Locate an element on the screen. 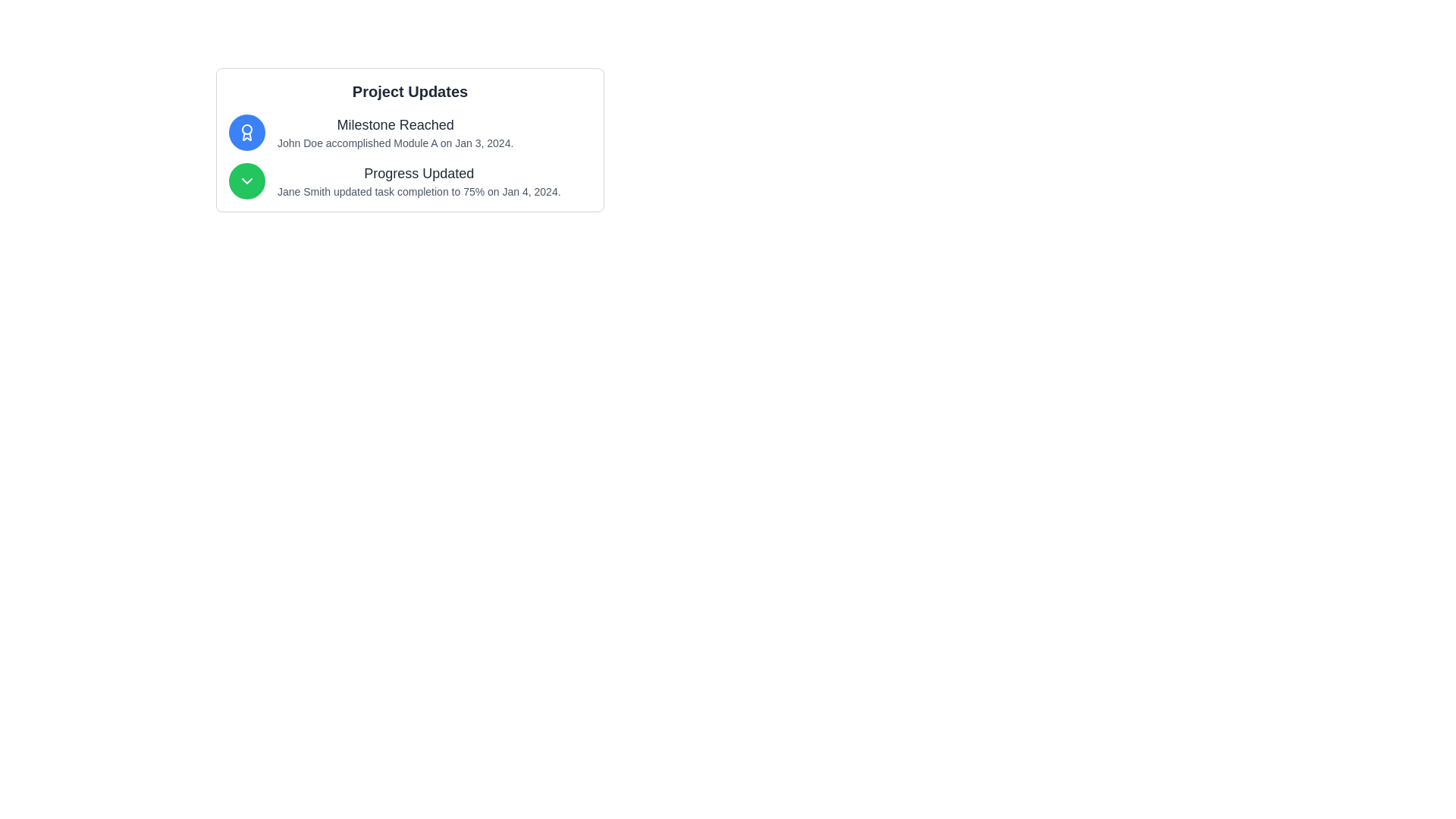 This screenshot has width=1456, height=819. the downward-facing chevron icon, which is white on a green circular background, positioned to the left of the 'Progress Updated' text is located at coordinates (247, 180).